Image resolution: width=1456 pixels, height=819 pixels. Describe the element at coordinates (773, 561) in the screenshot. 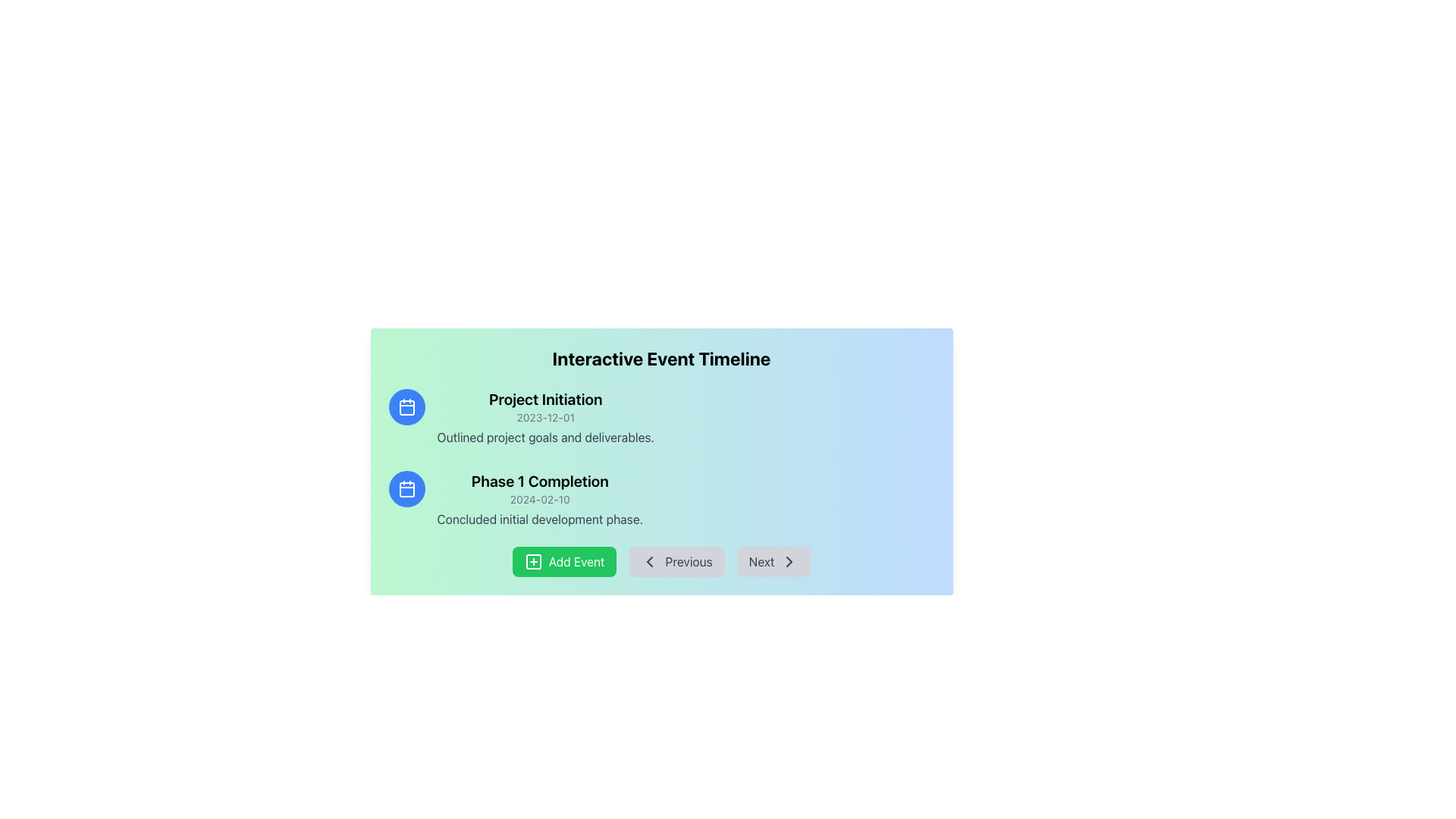

I see `the 'Next' button, which is a rounded rectangle in light gray with a right-facing arrow icon, located at the bottom-right corner of the interface` at that location.